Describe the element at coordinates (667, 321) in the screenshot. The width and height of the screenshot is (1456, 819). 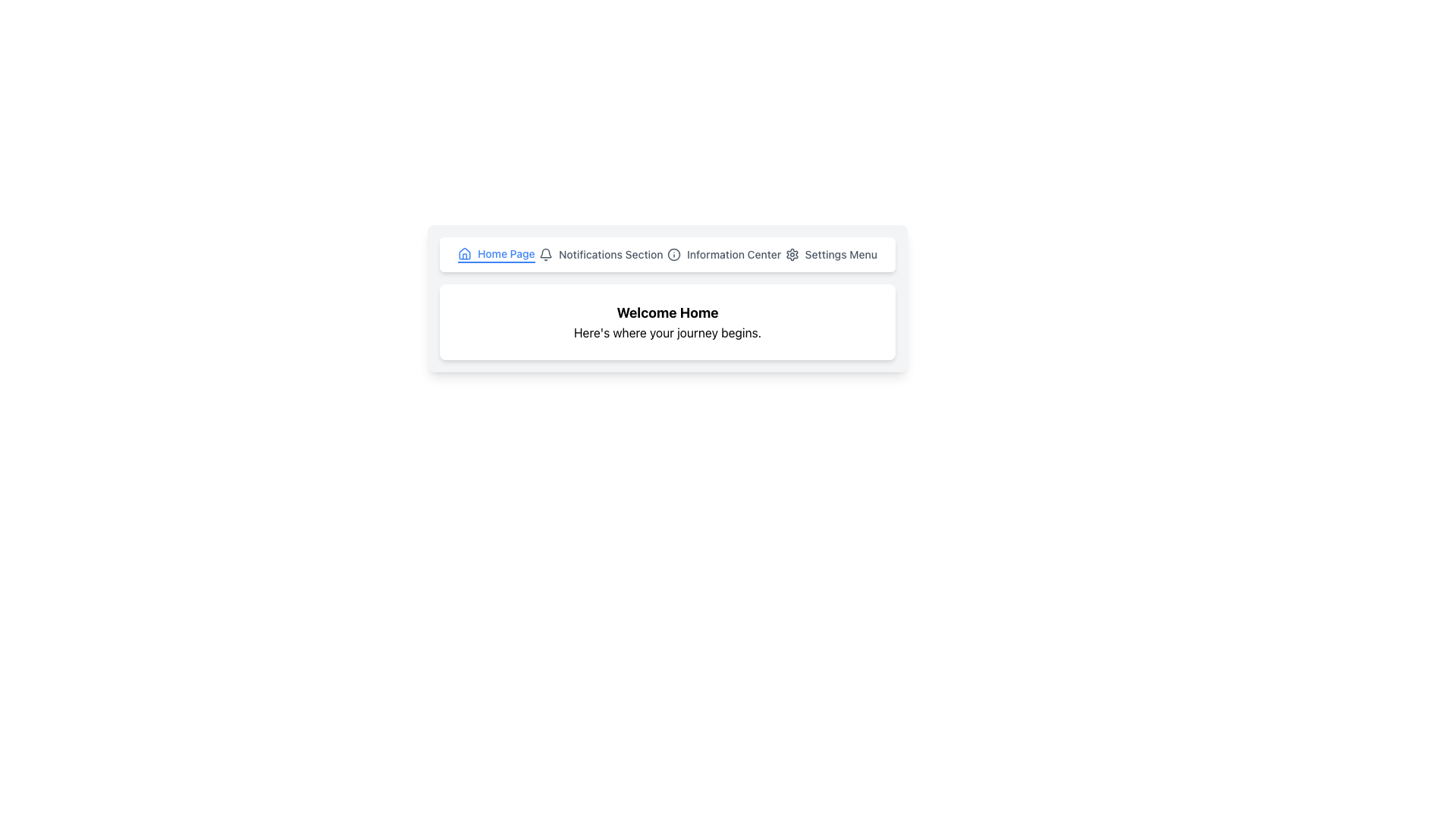
I see `welcoming message text block located centrally within a white rectangular card beneath the navigation bar` at that location.